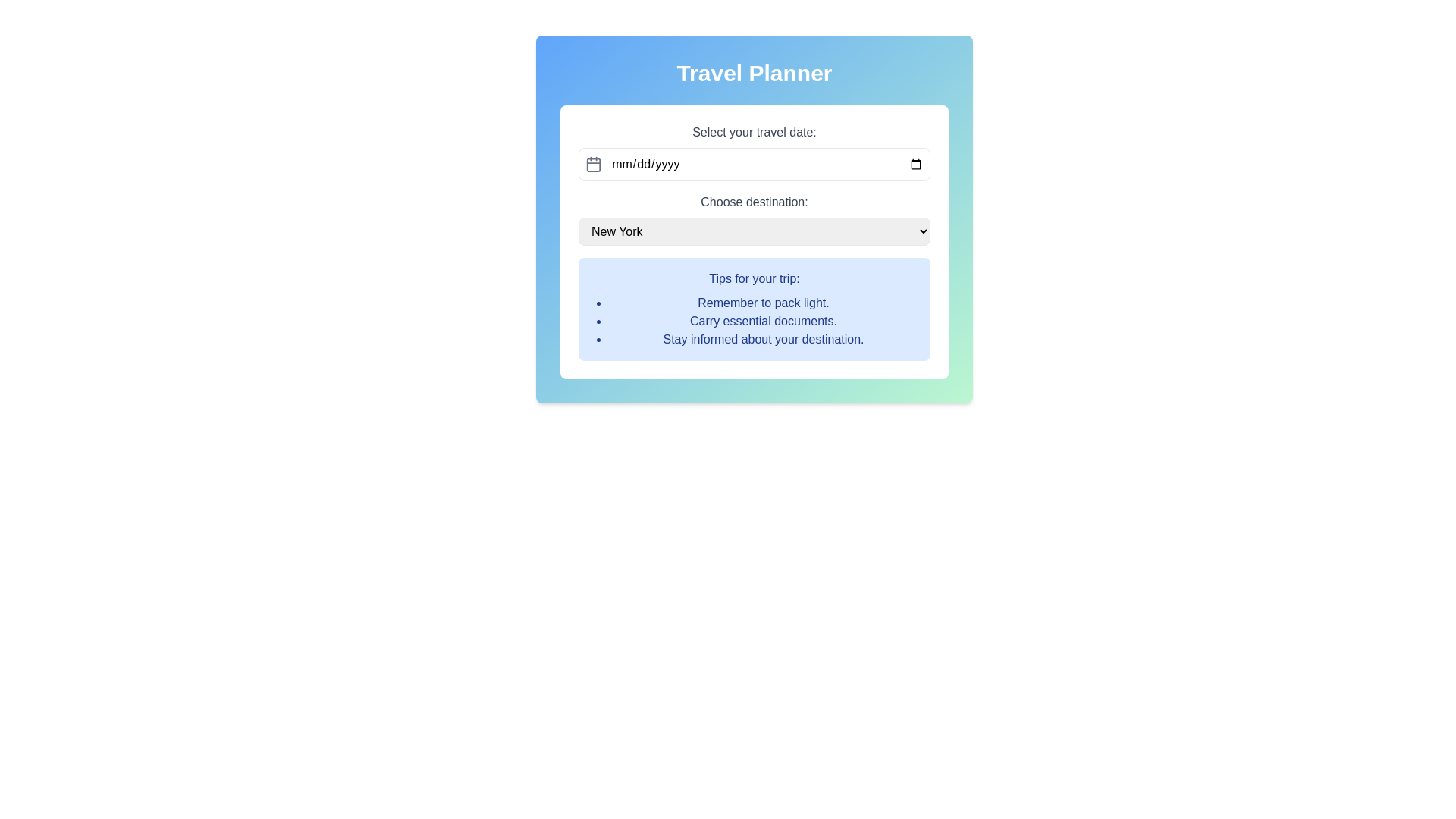 This screenshot has height=819, width=1456. What do you see at coordinates (764, 321) in the screenshot?
I see `the Text Display element that provides tips about carrying essential documents, located in the second position under 'Tips for your trip'` at bounding box center [764, 321].